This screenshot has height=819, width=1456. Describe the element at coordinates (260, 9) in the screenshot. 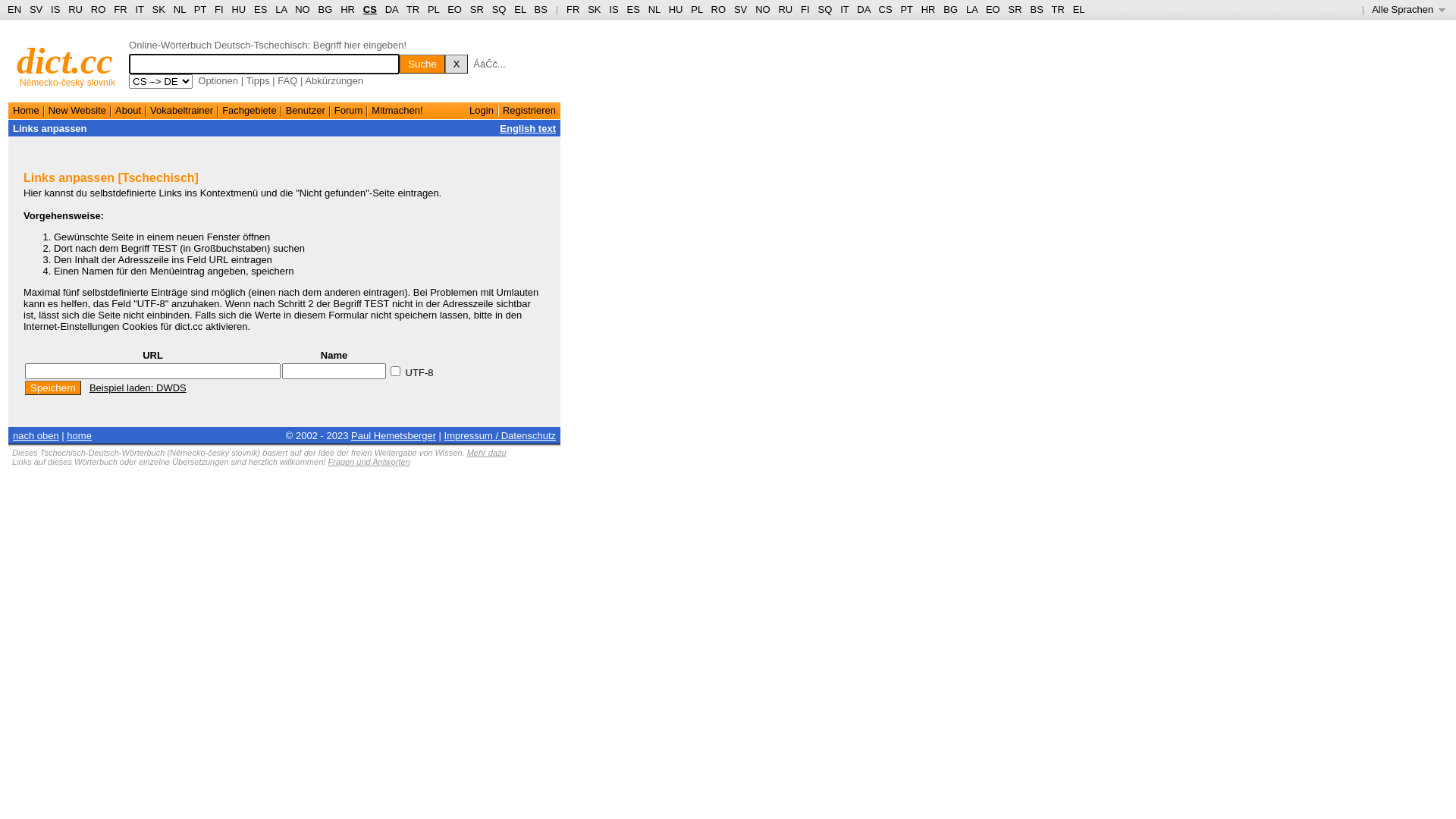

I see `'ES'` at that location.